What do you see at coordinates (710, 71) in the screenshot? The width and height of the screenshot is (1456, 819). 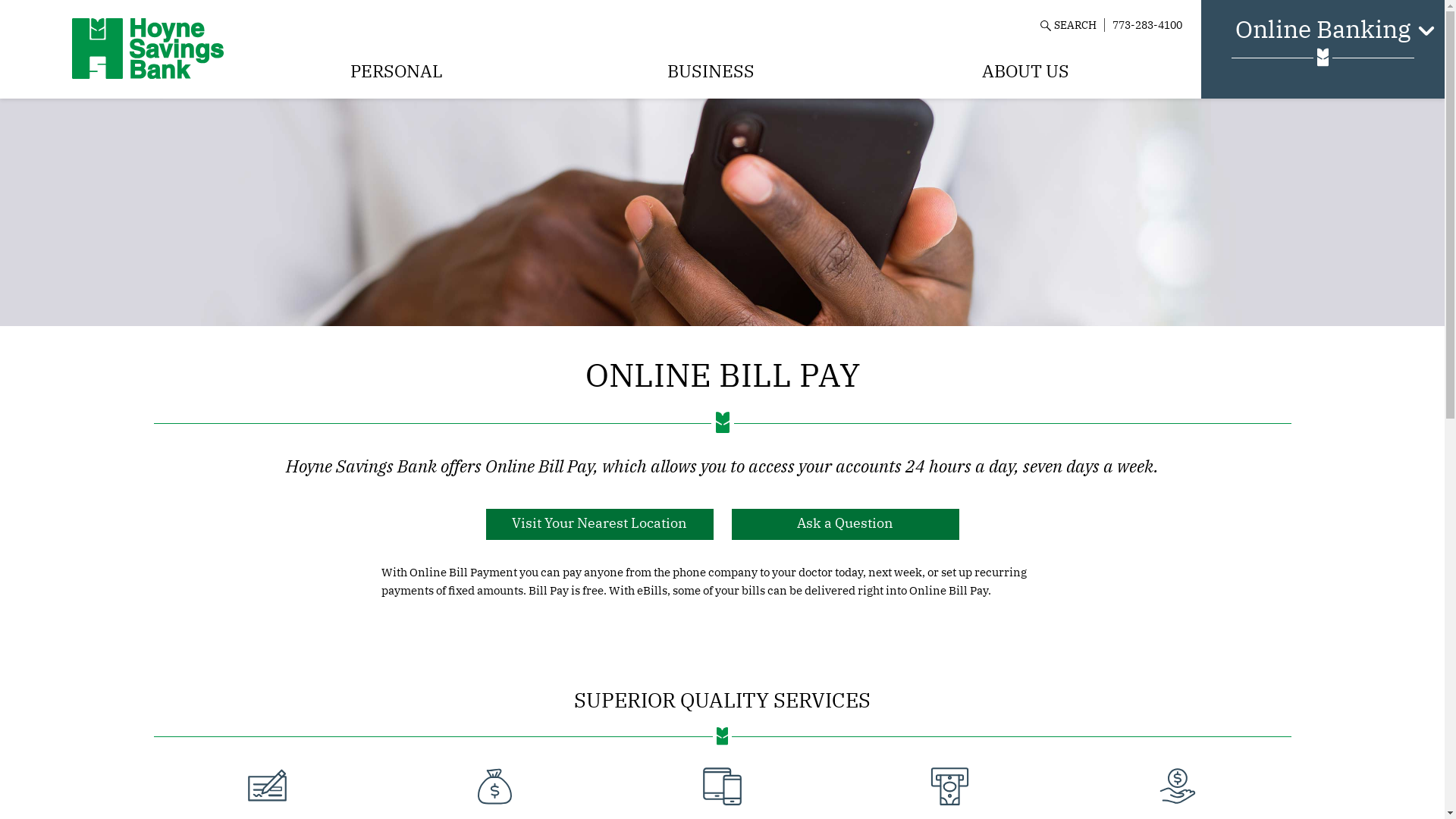 I see `'BUSINESS'` at bounding box center [710, 71].